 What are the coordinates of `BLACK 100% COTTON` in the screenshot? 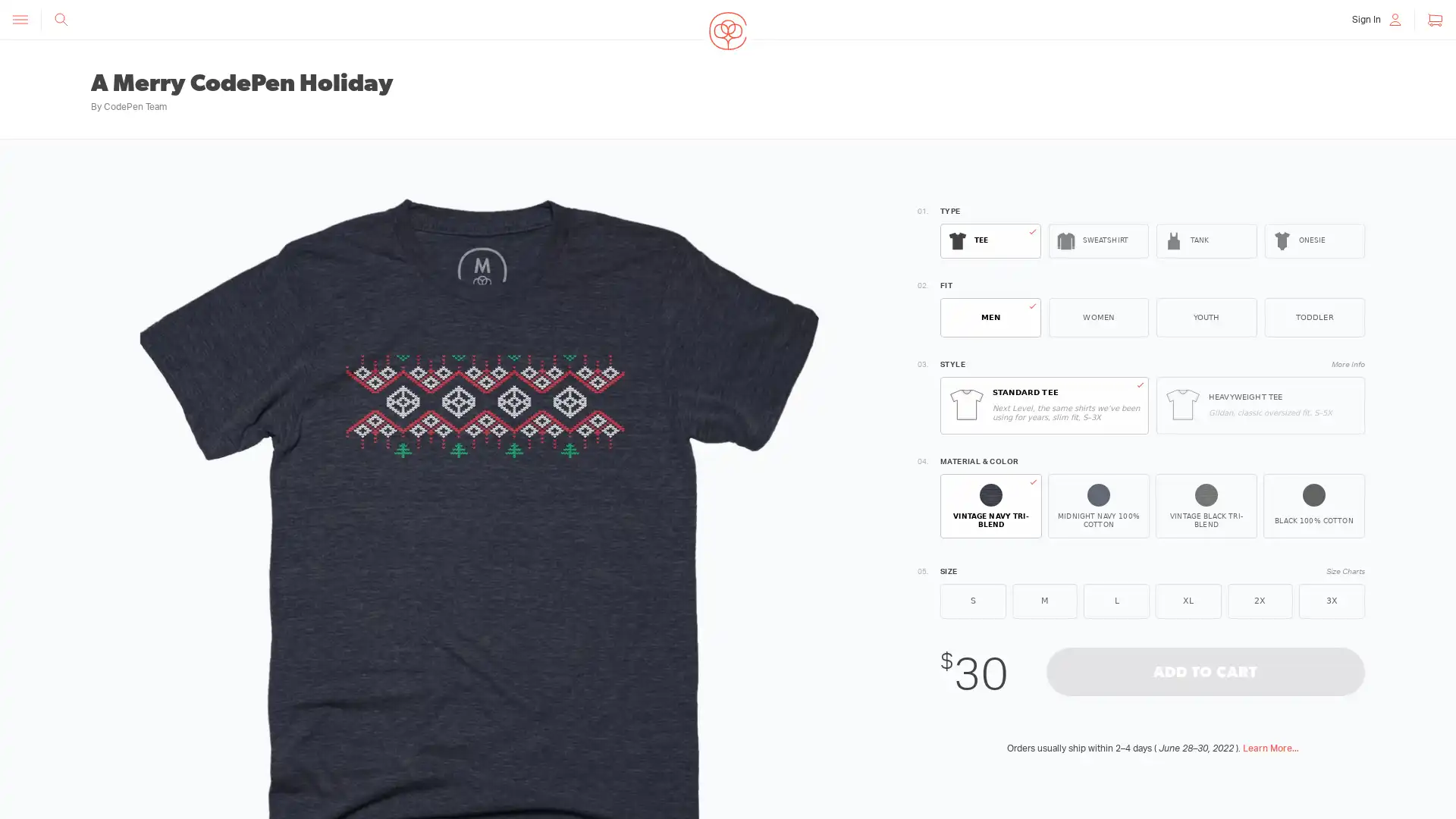 It's located at (1313, 506).